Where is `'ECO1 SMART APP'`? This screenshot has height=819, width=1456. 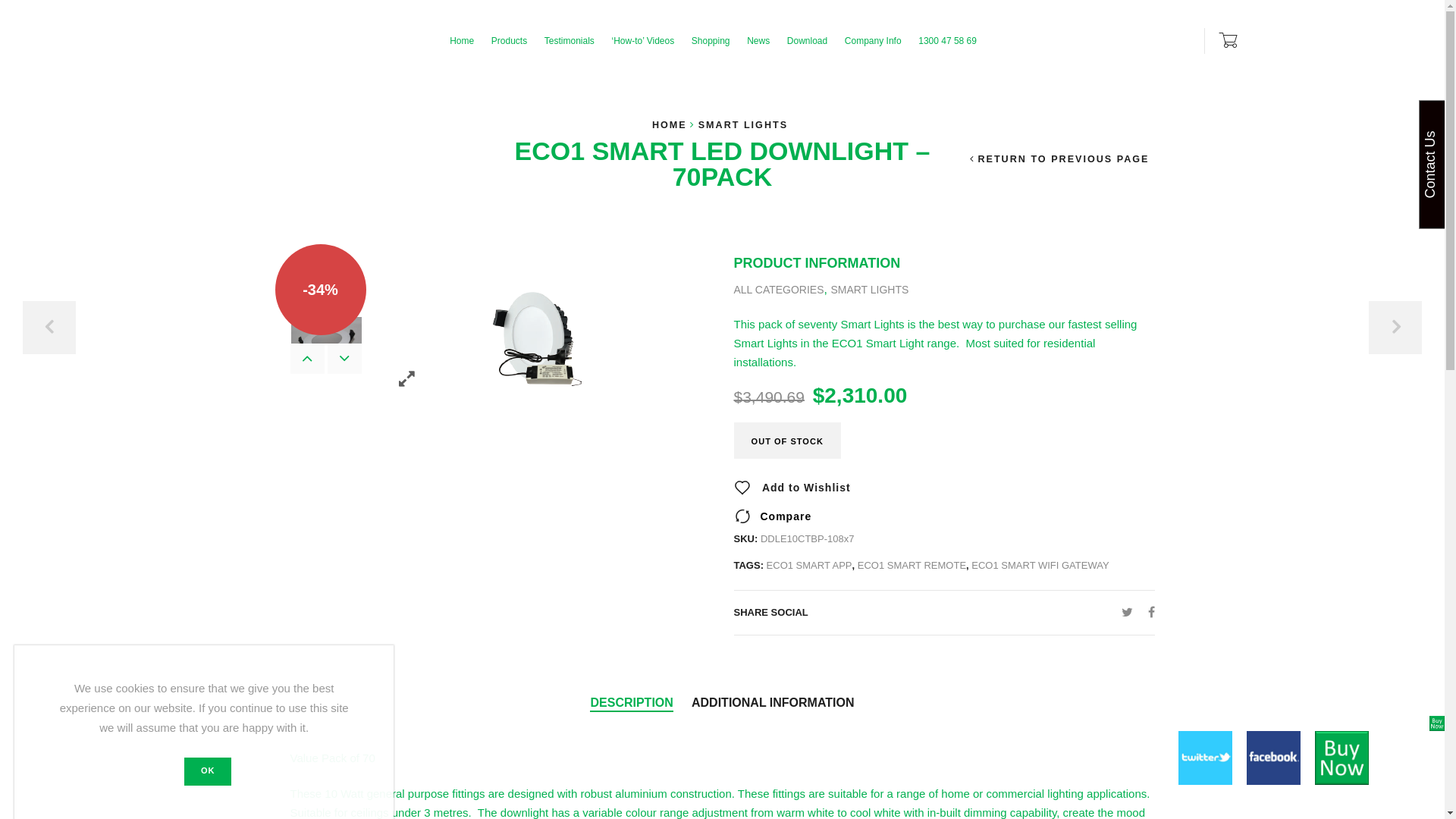 'ECO1 SMART APP' is located at coordinates (808, 565).